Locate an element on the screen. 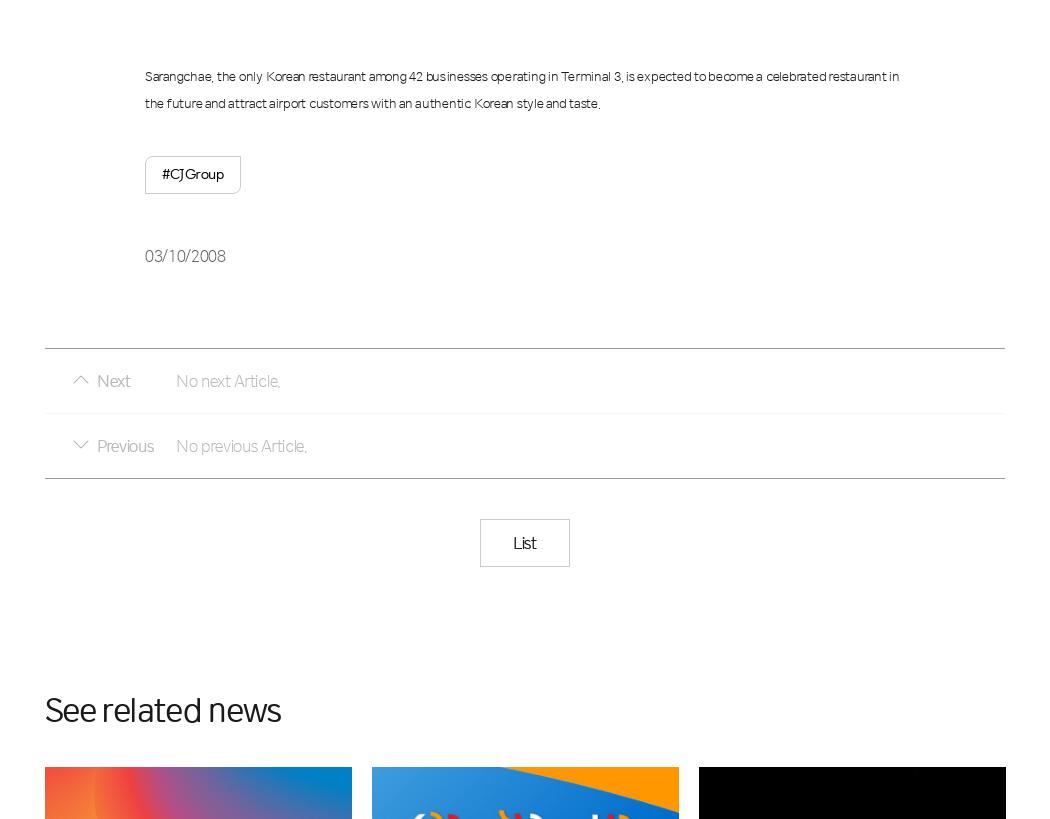  '#CJGroup' is located at coordinates (191, 172).